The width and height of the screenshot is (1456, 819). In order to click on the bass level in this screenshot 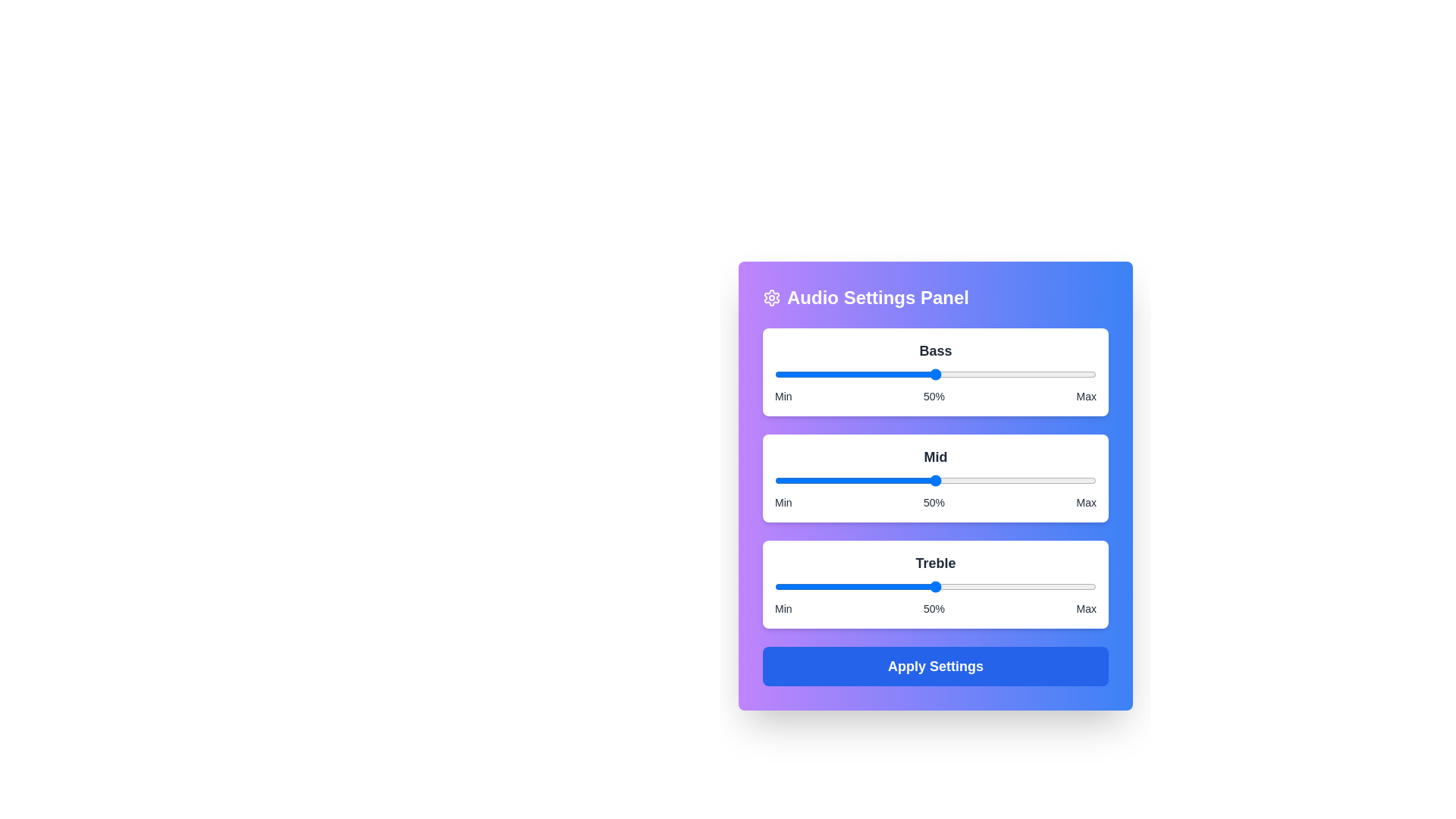, I will do `click(910, 374)`.